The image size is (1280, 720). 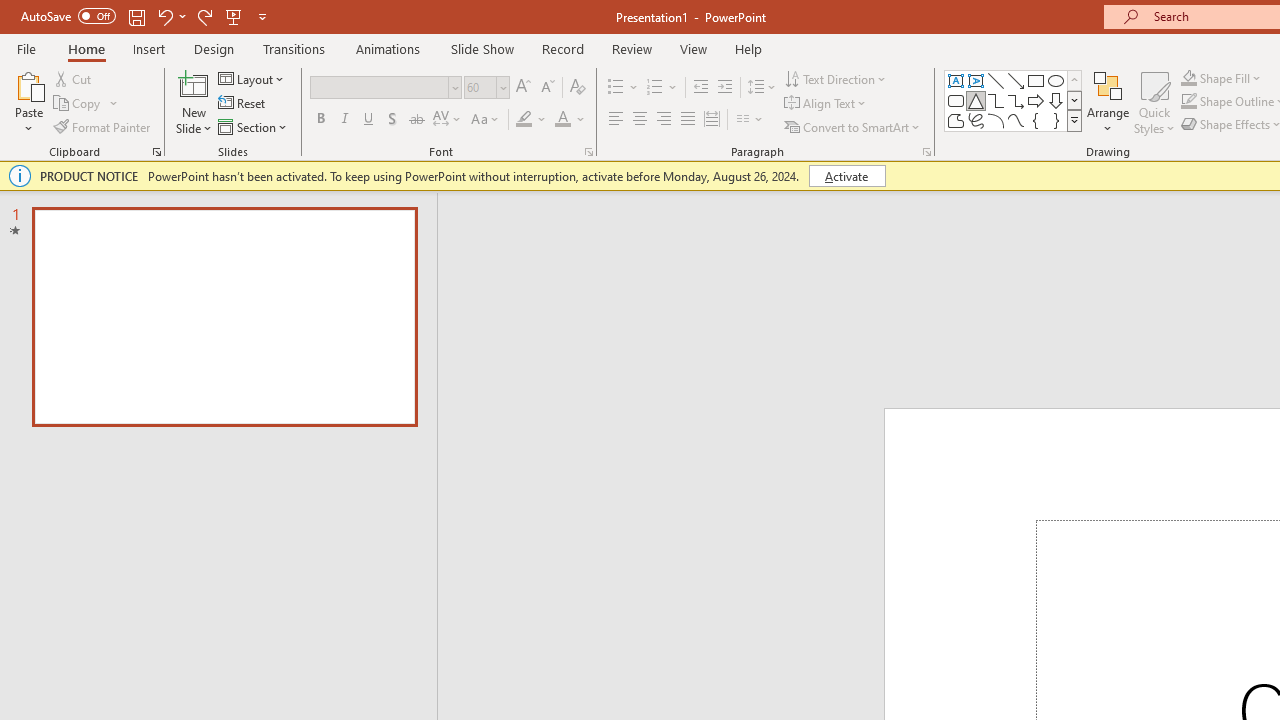 What do you see at coordinates (547, 86) in the screenshot?
I see `'Decrease Font Size'` at bounding box center [547, 86].